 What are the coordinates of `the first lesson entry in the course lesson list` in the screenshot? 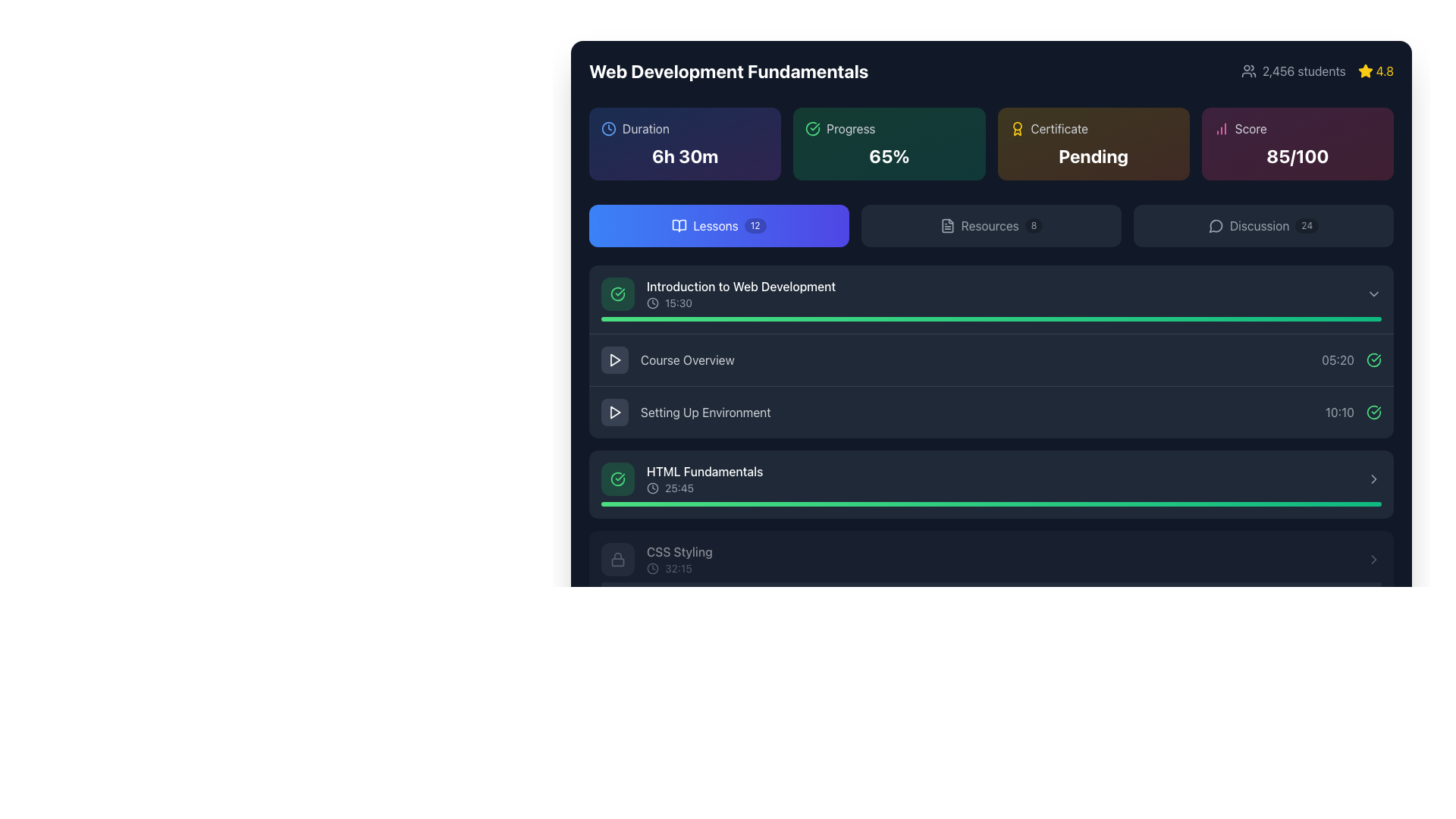 It's located at (717, 294).